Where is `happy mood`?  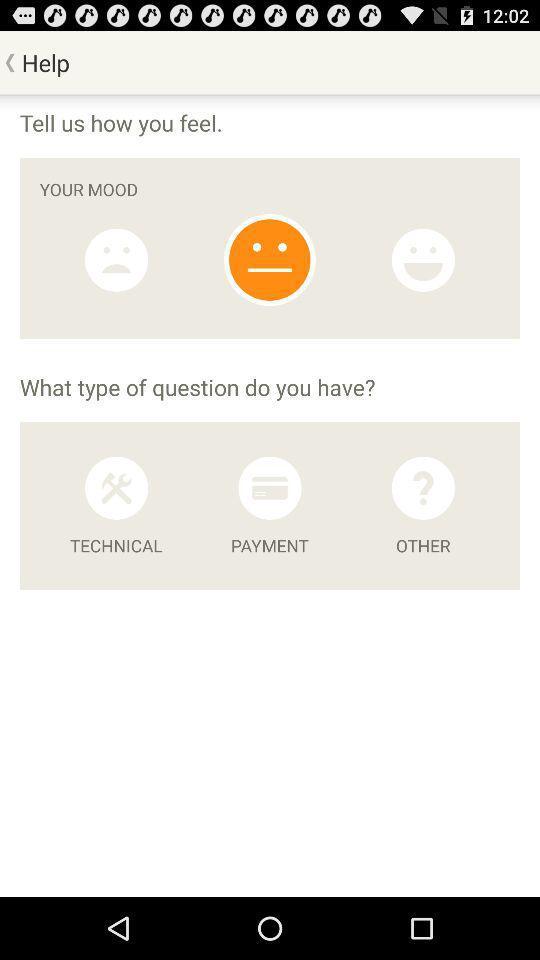
happy mood is located at coordinates (422, 259).